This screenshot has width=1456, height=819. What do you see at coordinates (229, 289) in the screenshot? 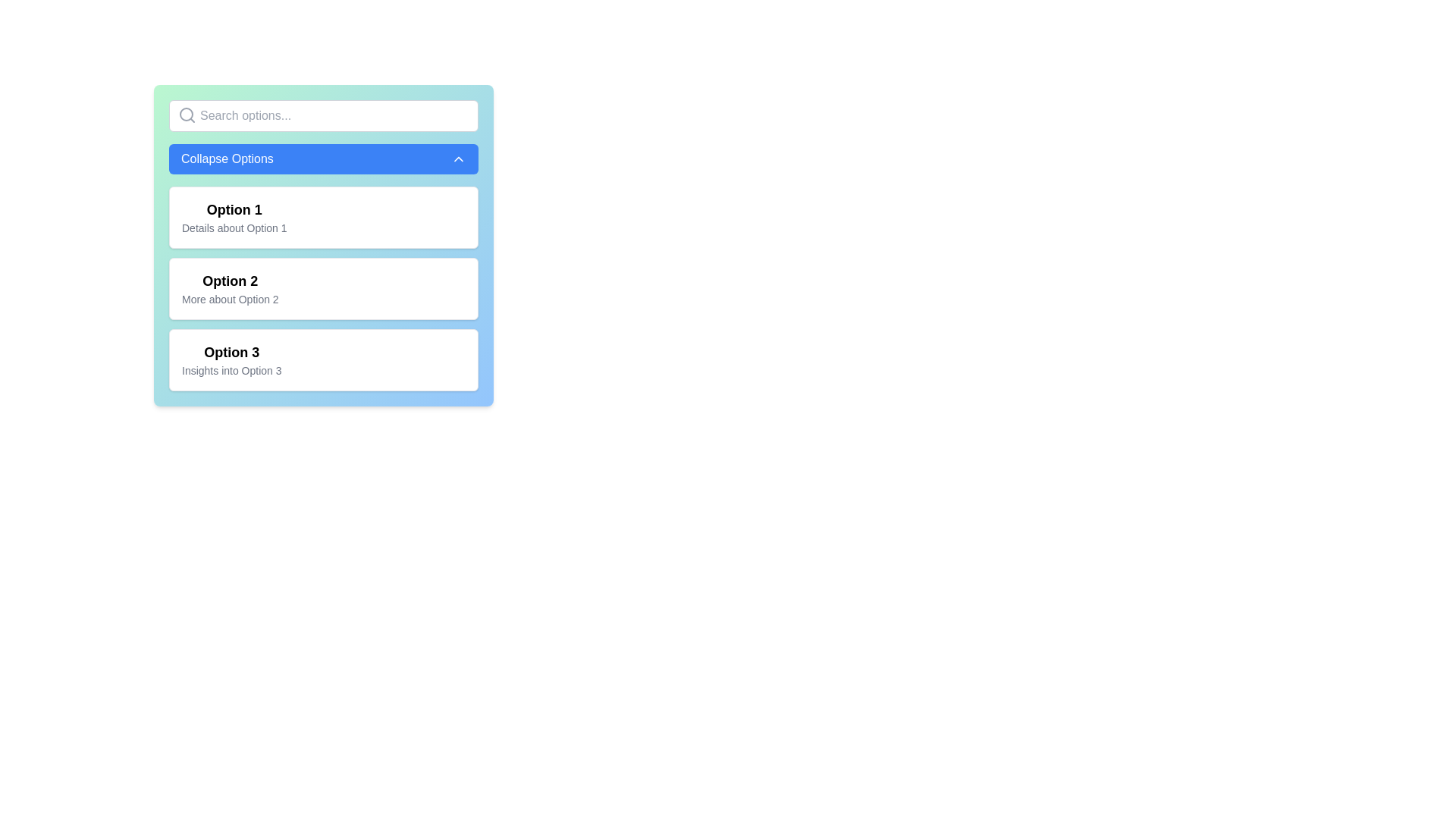
I see `the second list item labeled 'Option 2' with additional text 'More about Option 2'` at bounding box center [229, 289].